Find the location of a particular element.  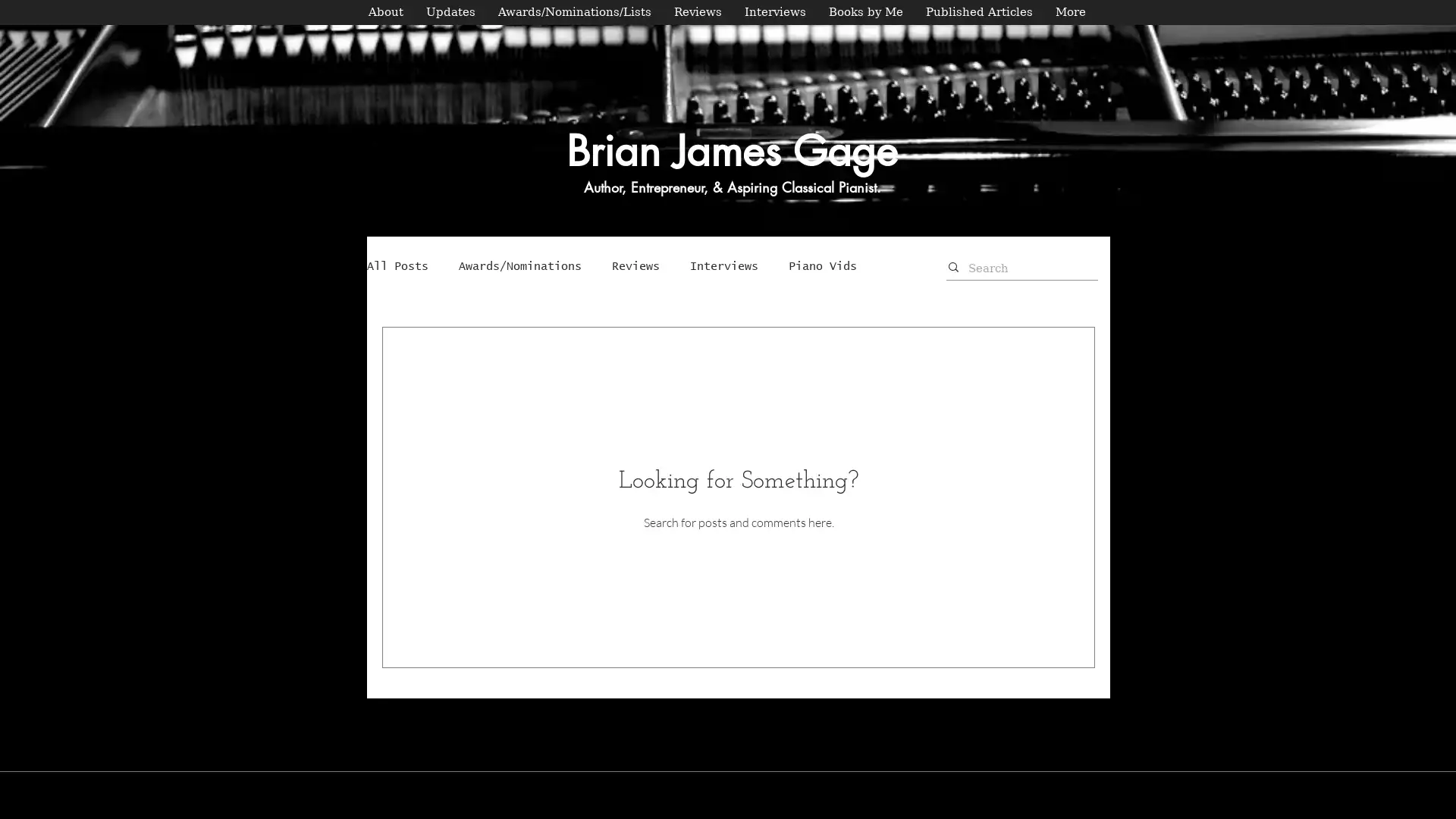

All Posts is located at coordinates (397, 265).